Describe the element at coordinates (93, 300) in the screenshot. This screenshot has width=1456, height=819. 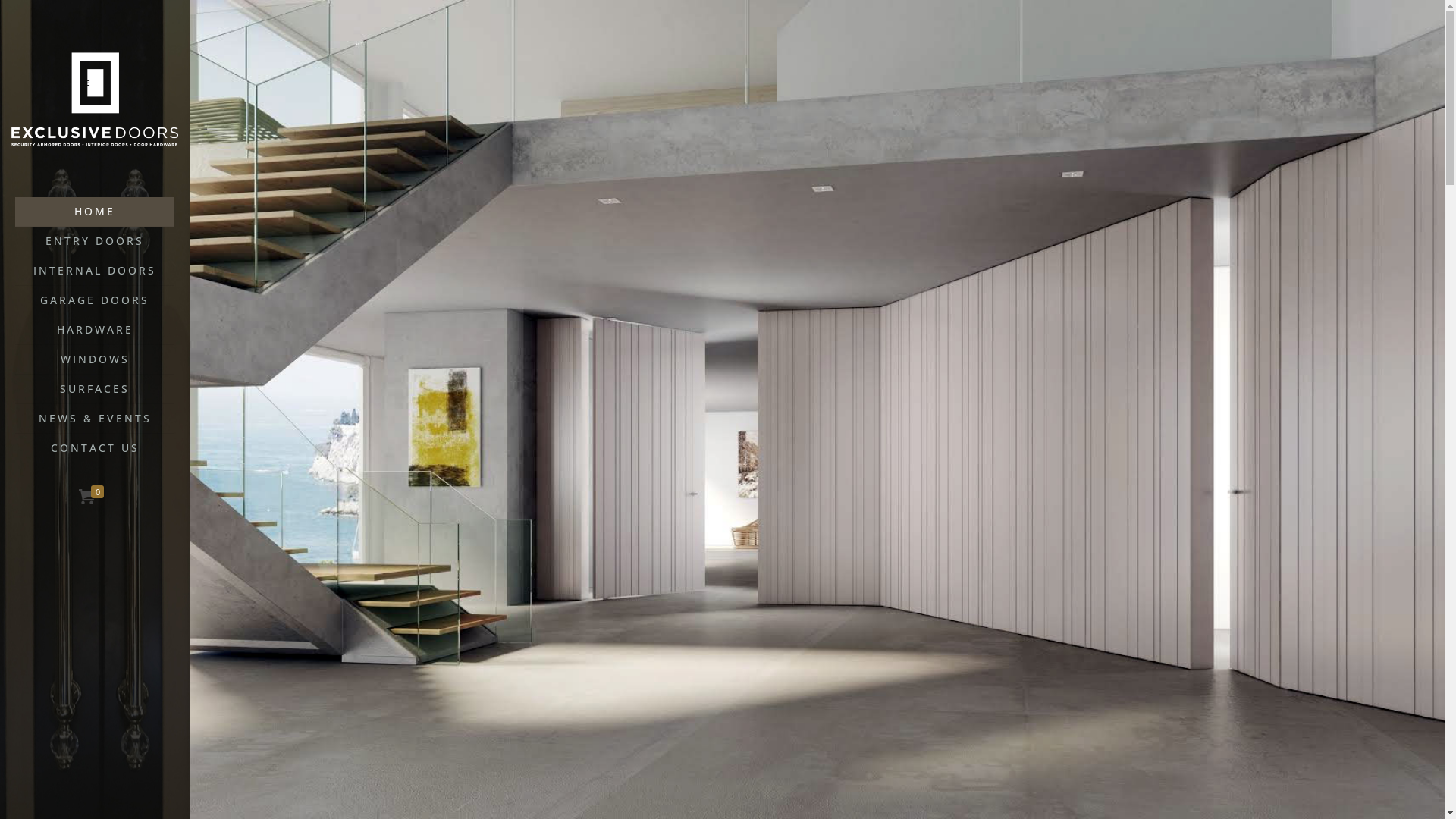
I see `'GARAGE DOORS'` at that location.